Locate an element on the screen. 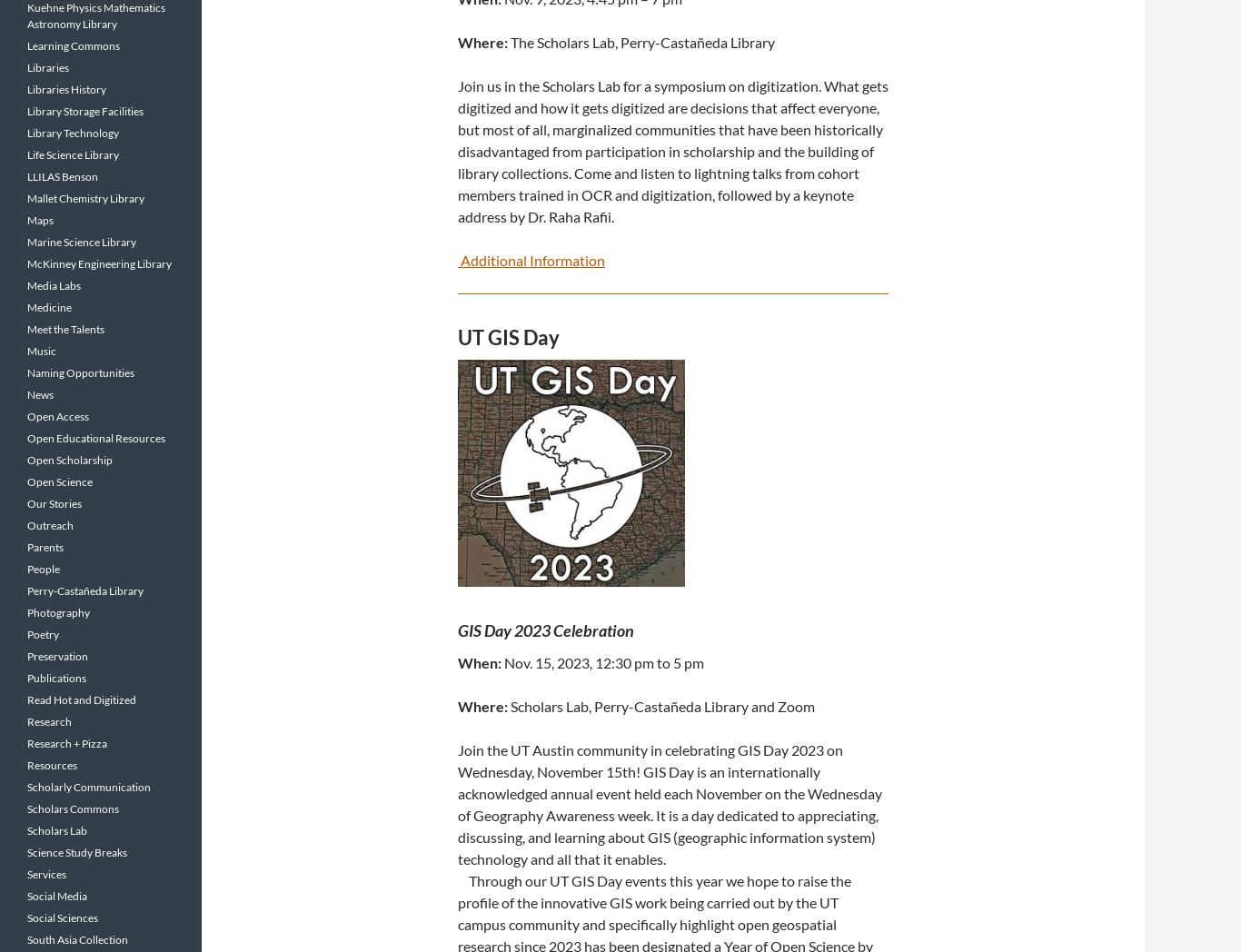 Image resolution: width=1241 pixels, height=952 pixels. 'Open Educational Resources' is located at coordinates (96, 438).